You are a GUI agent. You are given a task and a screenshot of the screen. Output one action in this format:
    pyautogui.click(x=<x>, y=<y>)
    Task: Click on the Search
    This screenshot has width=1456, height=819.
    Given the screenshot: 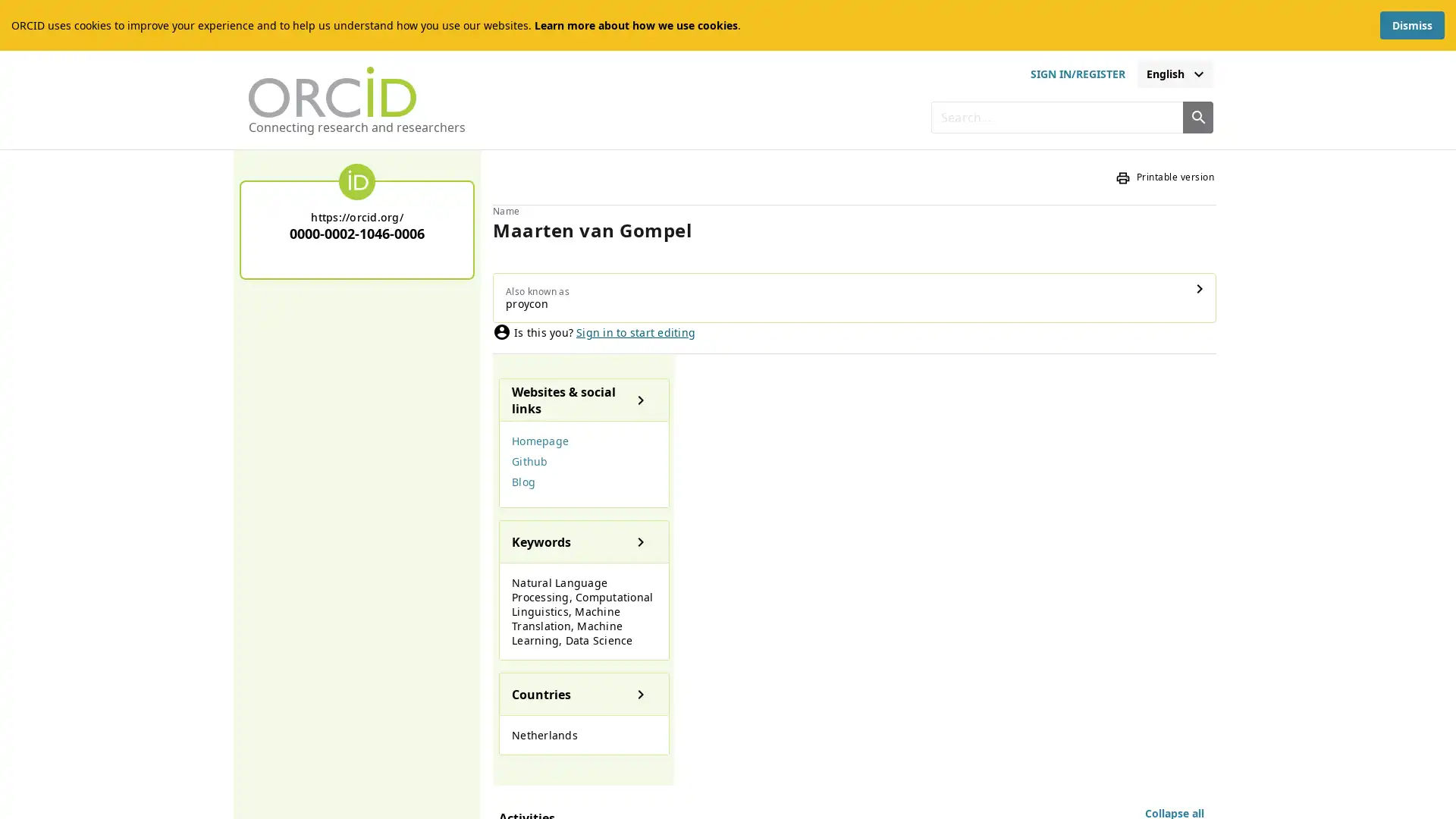 What is the action you would take?
    pyautogui.click(x=1197, y=116)
    